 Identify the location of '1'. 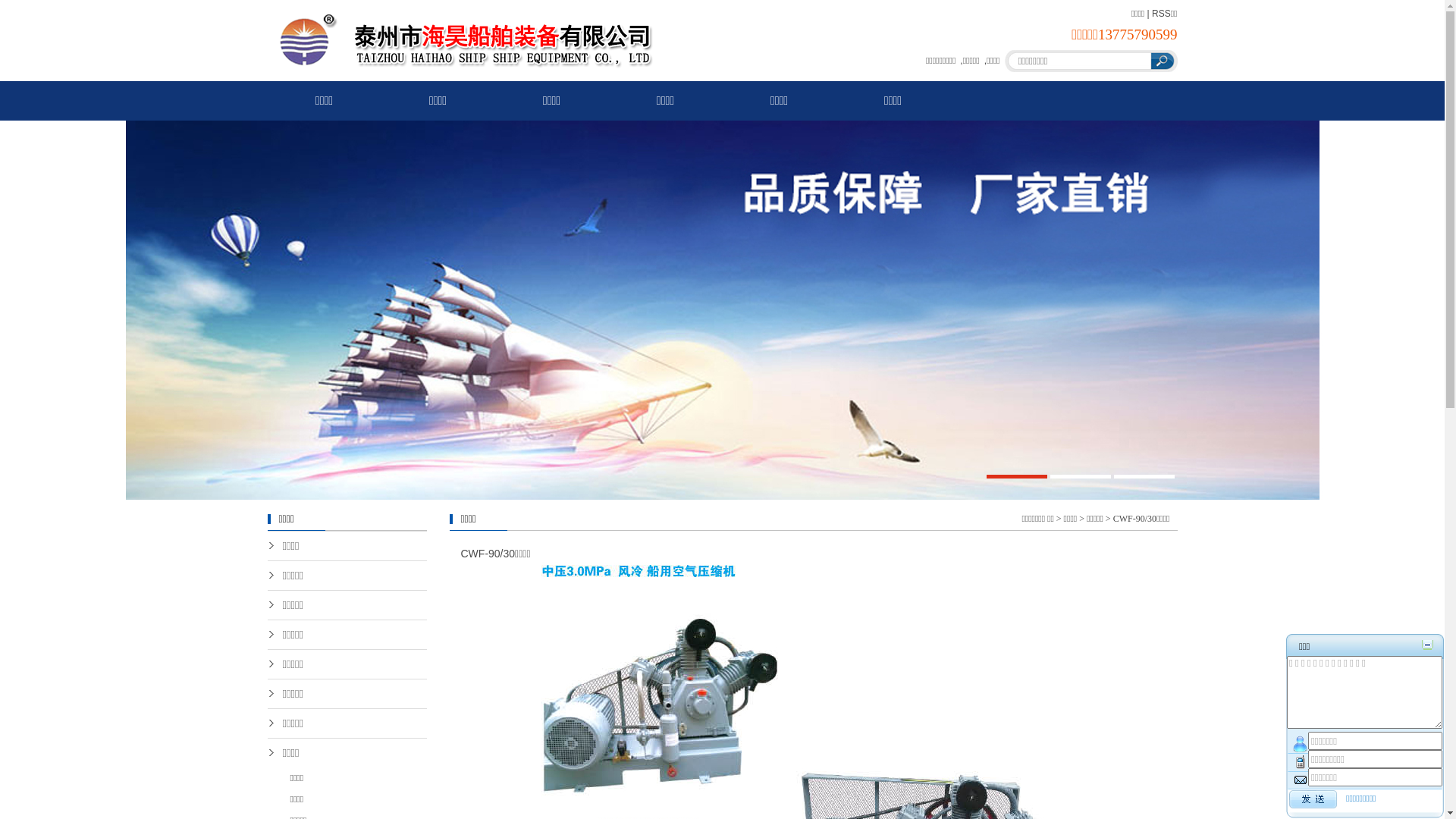
(1015, 475).